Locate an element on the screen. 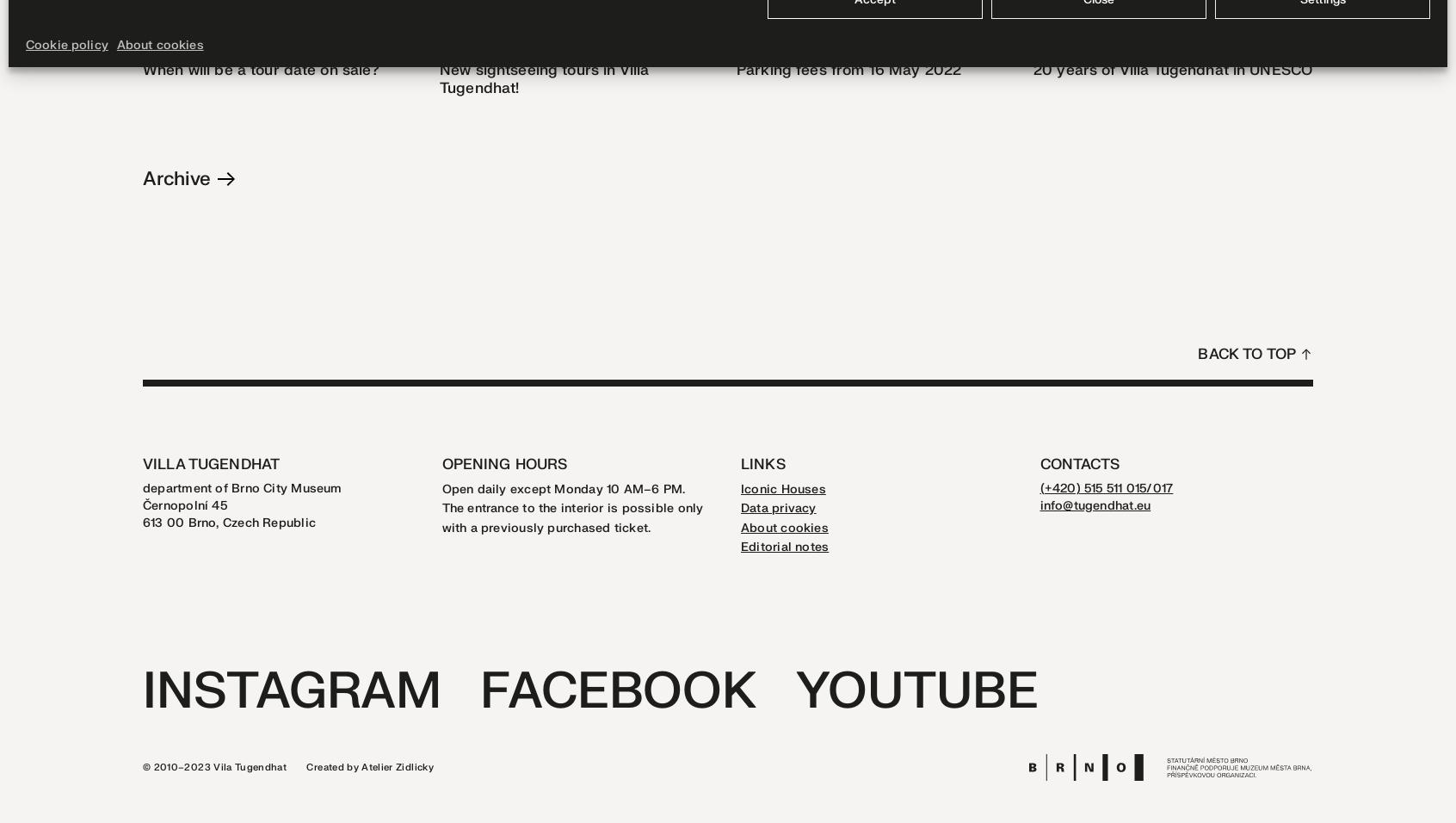  'Open daily except Monday 10 AM–6 PM.' is located at coordinates (441, 487).